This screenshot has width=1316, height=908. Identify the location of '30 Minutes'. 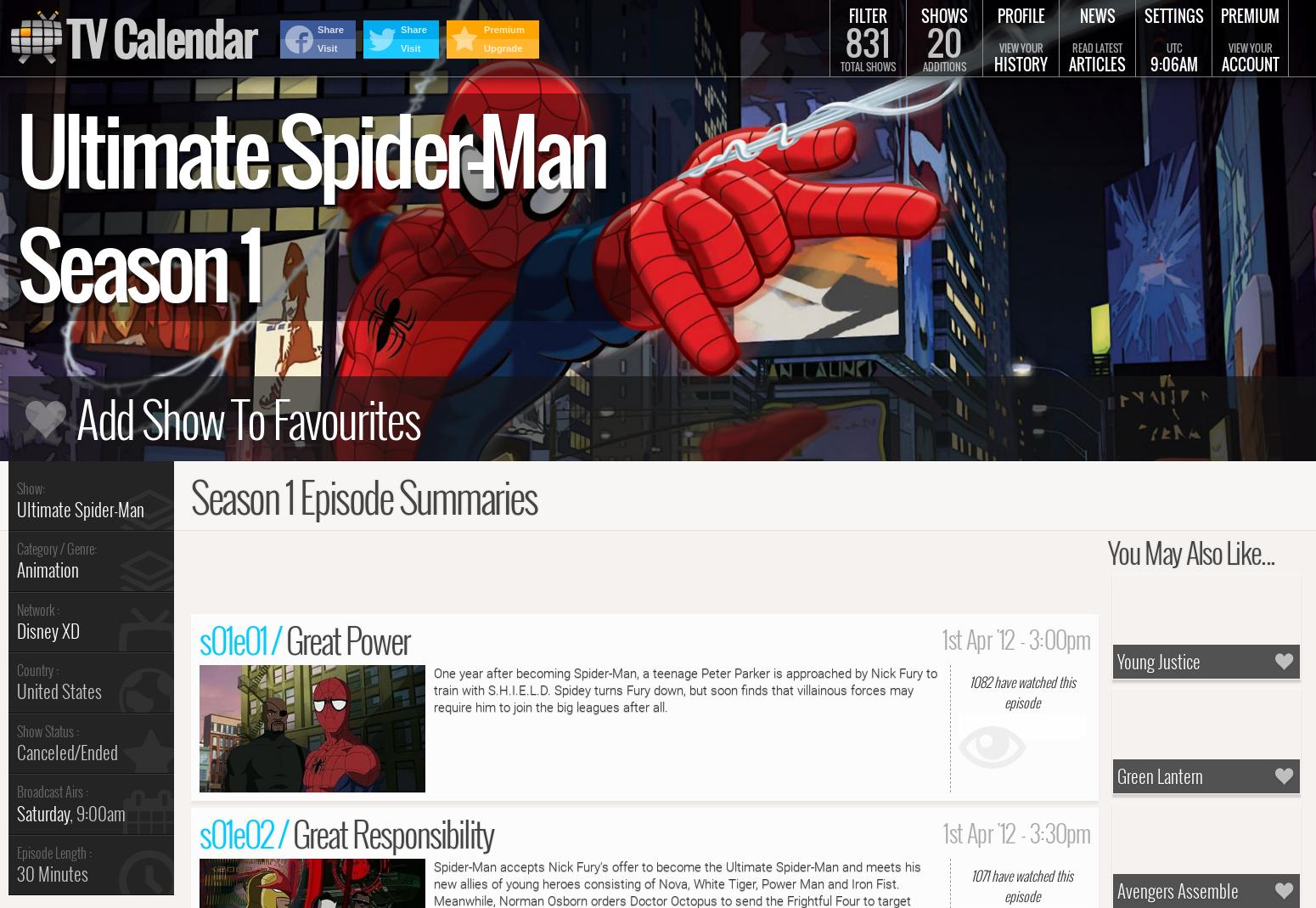
(52, 873).